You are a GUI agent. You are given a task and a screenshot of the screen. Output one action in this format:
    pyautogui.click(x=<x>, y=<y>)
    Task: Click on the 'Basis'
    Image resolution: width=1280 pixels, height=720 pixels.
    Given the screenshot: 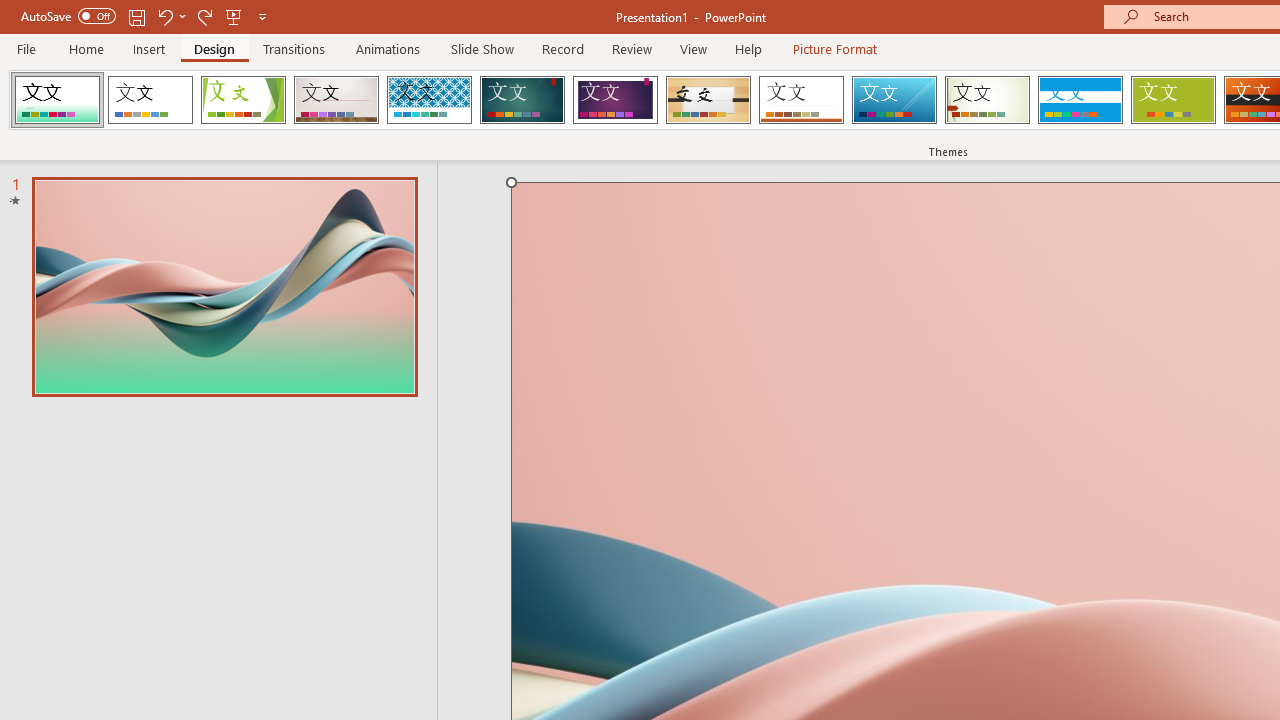 What is the action you would take?
    pyautogui.click(x=1173, y=100)
    